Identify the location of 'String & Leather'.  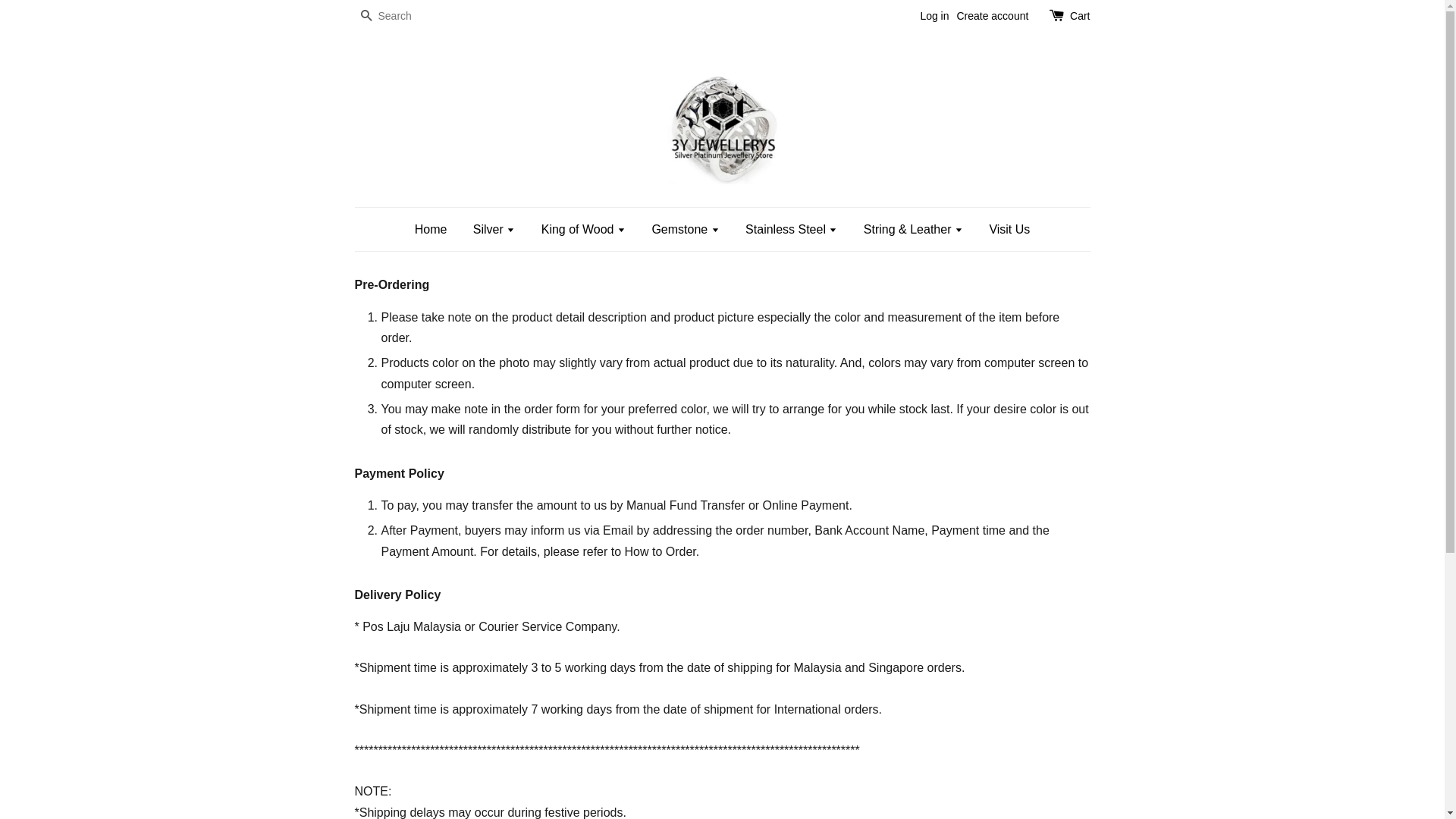
(852, 229).